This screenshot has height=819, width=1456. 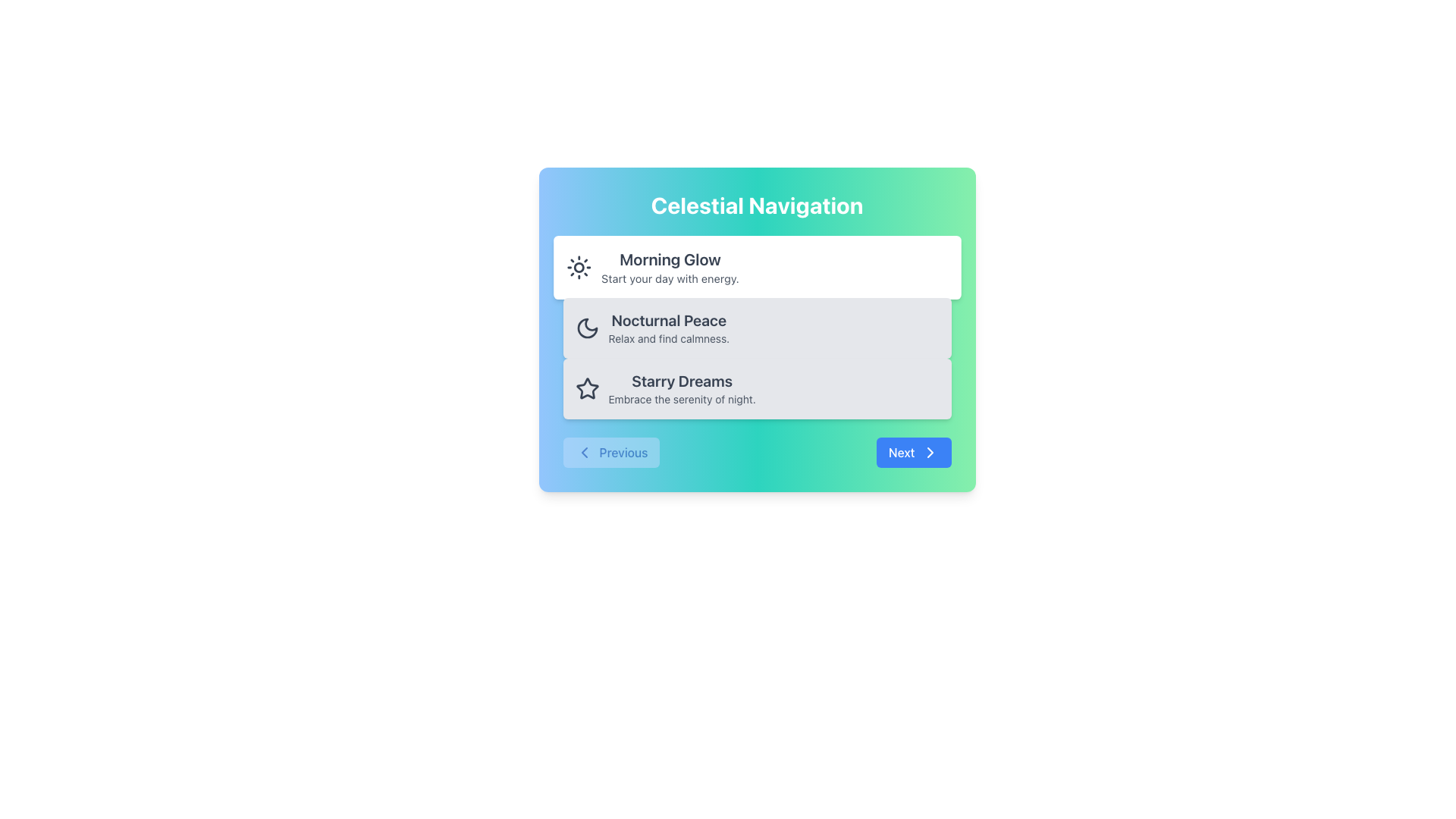 What do you see at coordinates (586, 327) in the screenshot?
I see `the decorative icon representing 'Nocturnal Peace', located in the gray, rounded, shadowed box to the left of the title` at bounding box center [586, 327].